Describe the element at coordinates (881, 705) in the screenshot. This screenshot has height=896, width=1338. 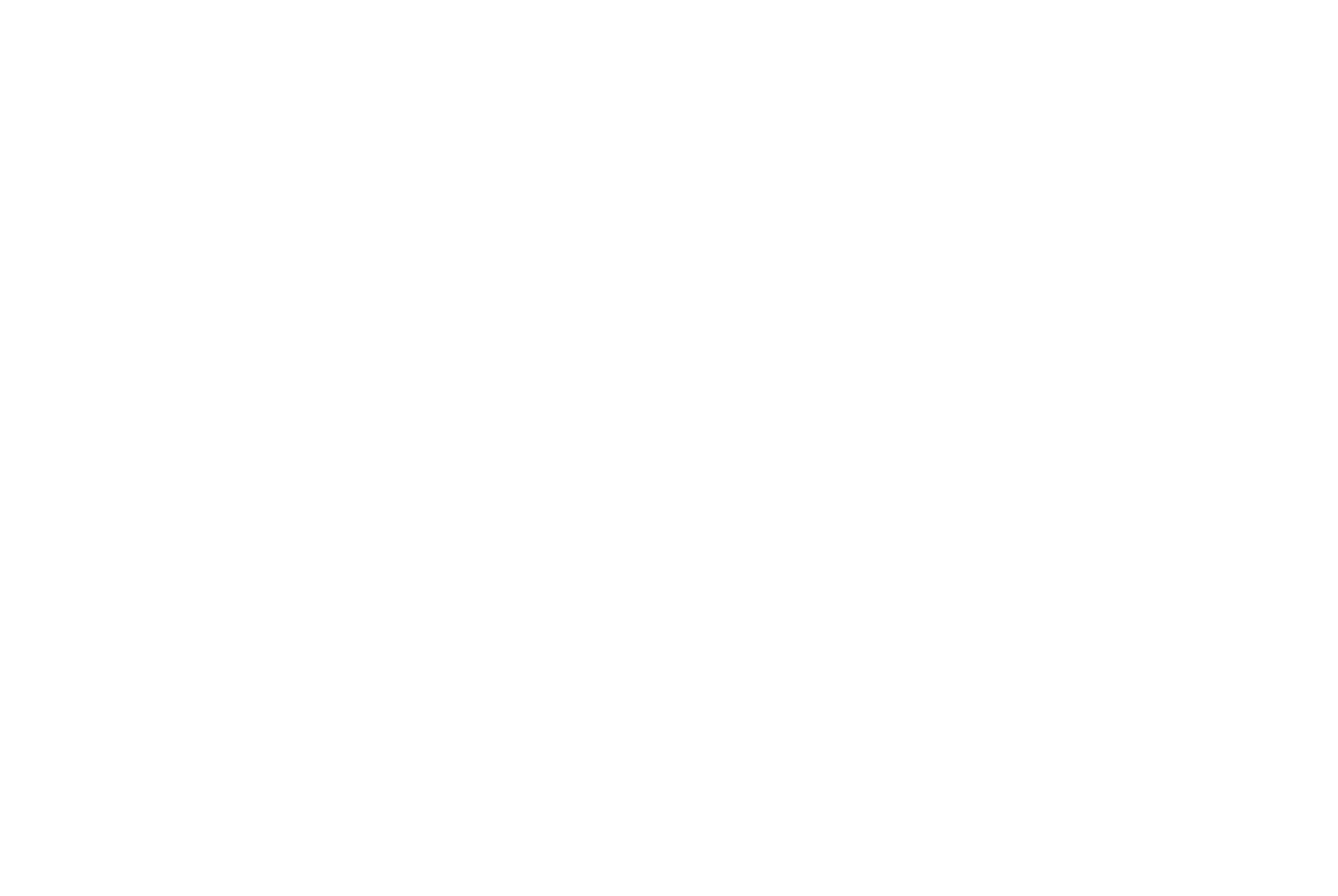
I see `'Modern Slavery Statement'` at that location.